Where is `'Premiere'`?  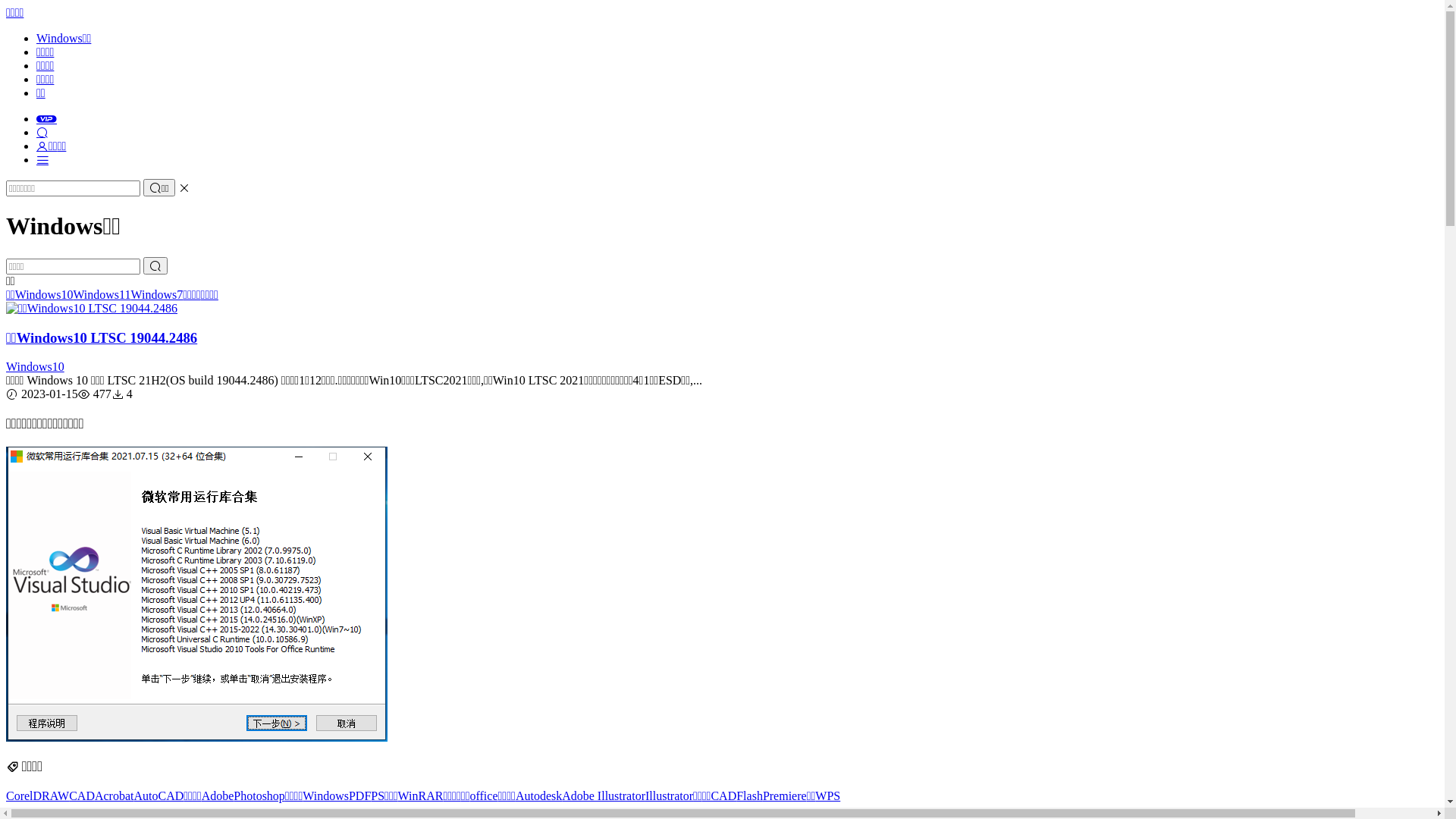
'Premiere' is located at coordinates (785, 795).